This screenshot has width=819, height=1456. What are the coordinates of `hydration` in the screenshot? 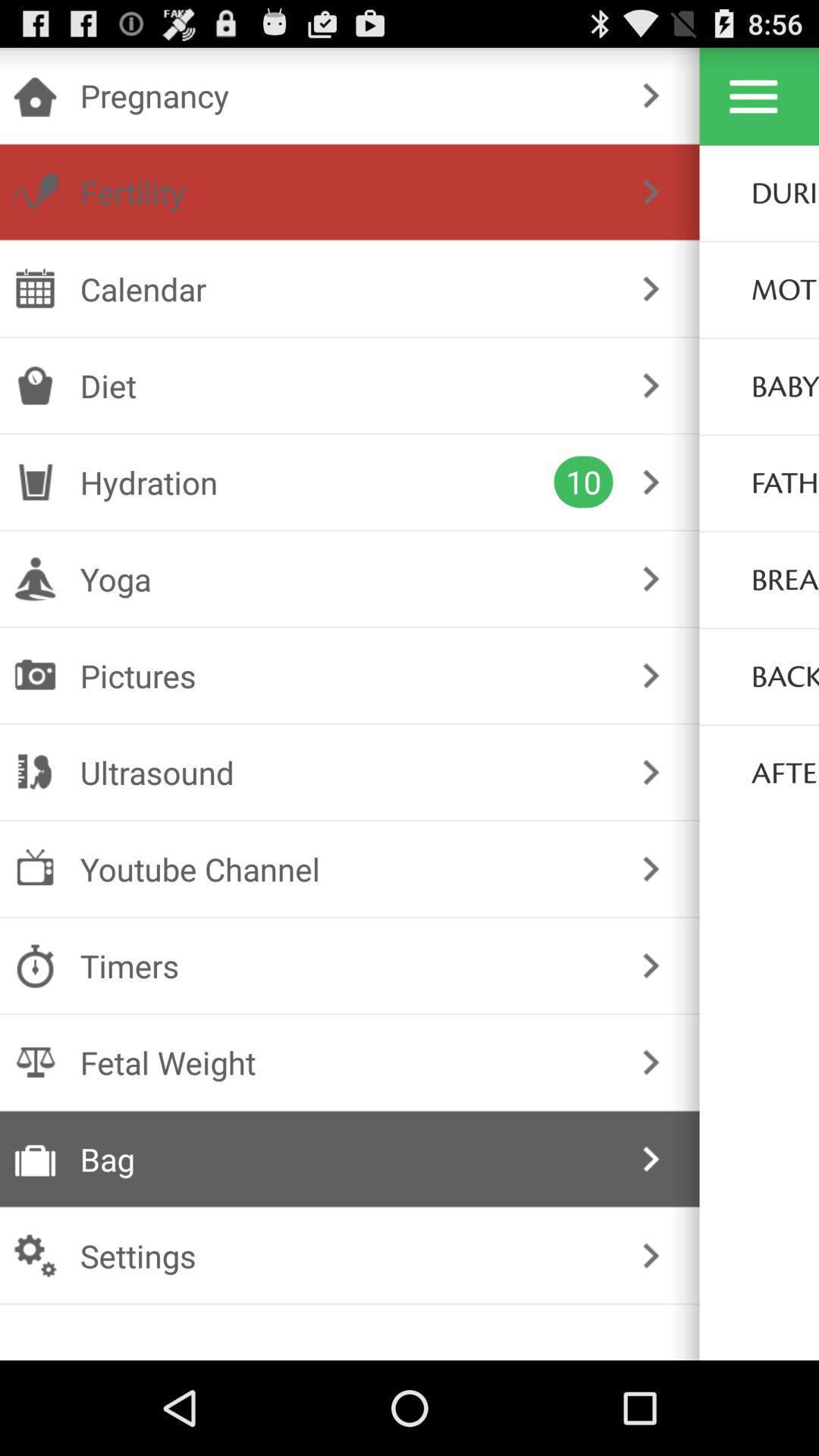 It's located at (316, 481).